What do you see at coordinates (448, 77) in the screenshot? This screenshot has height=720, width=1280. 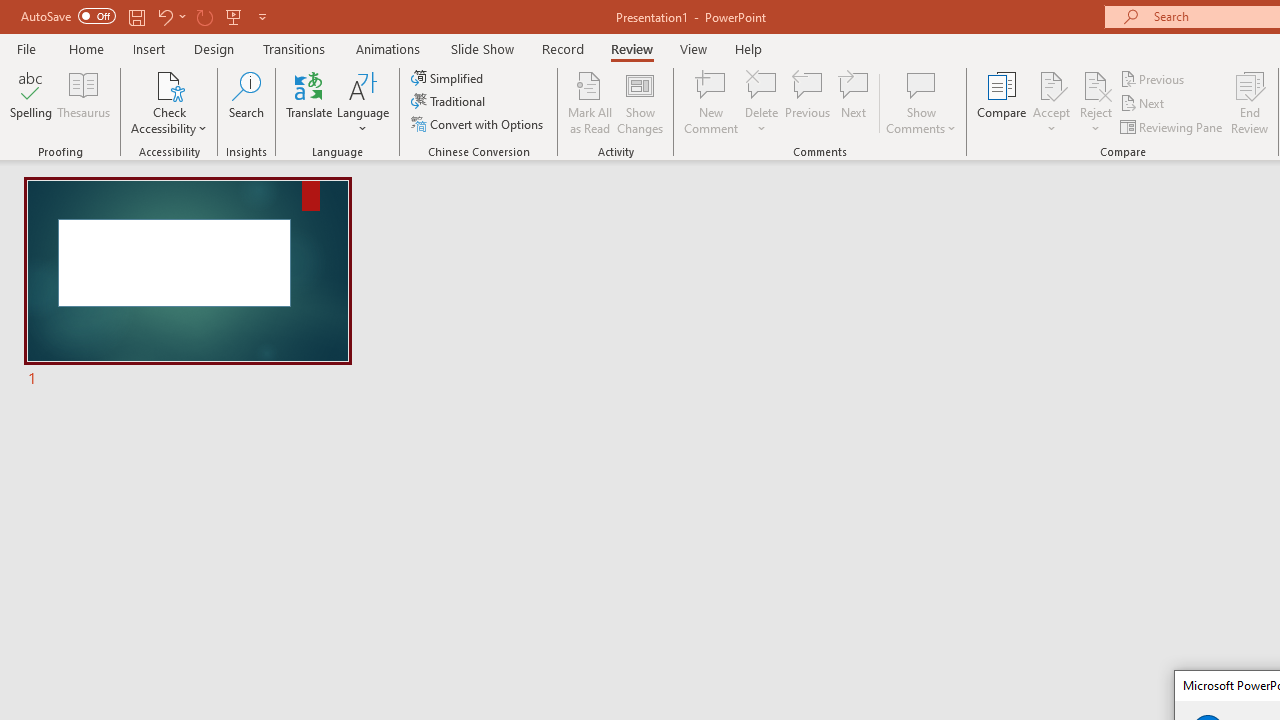 I see `'Simplified'` at bounding box center [448, 77].